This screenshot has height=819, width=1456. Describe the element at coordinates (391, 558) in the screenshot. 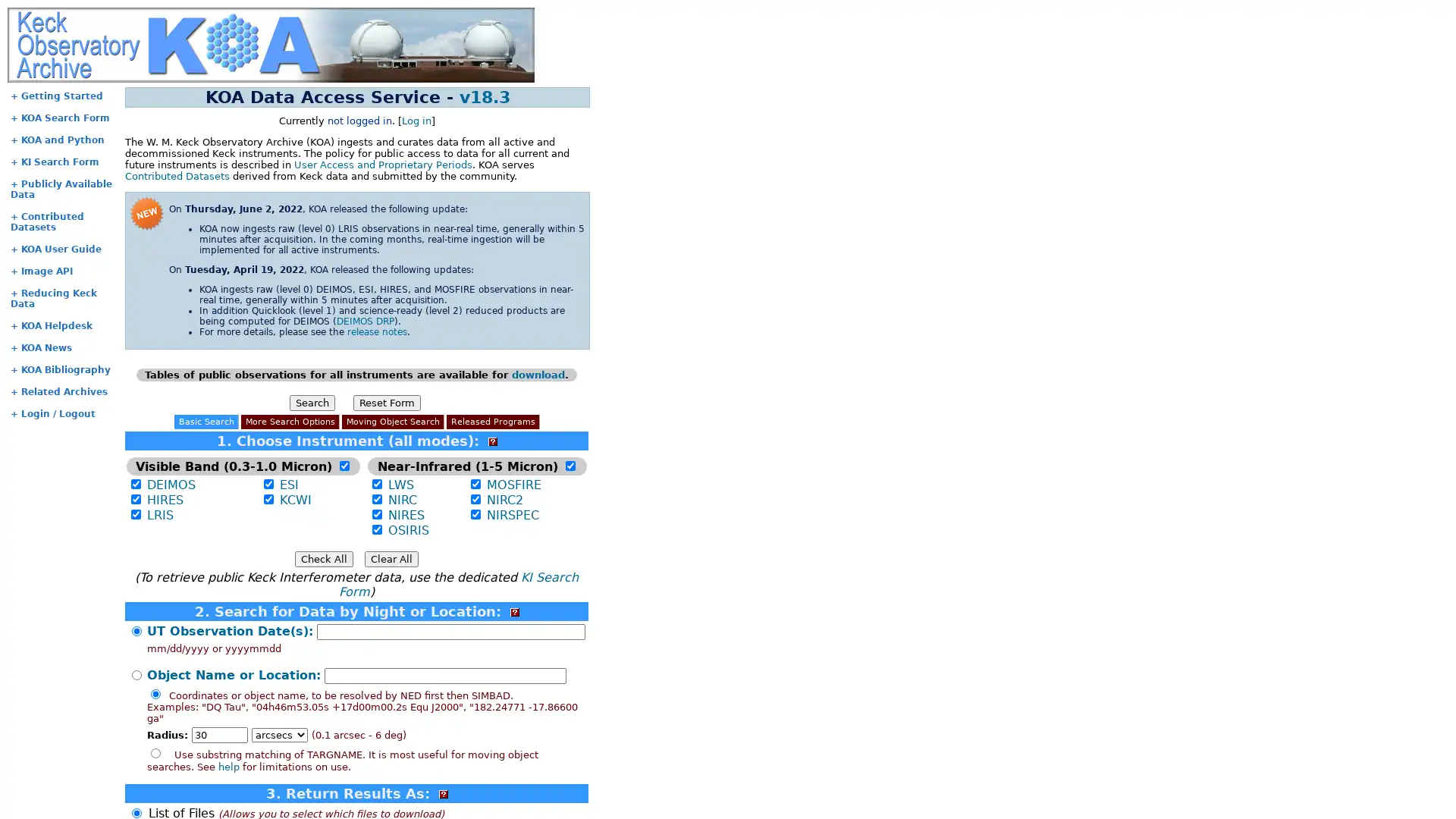

I see `Clear All` at that location.